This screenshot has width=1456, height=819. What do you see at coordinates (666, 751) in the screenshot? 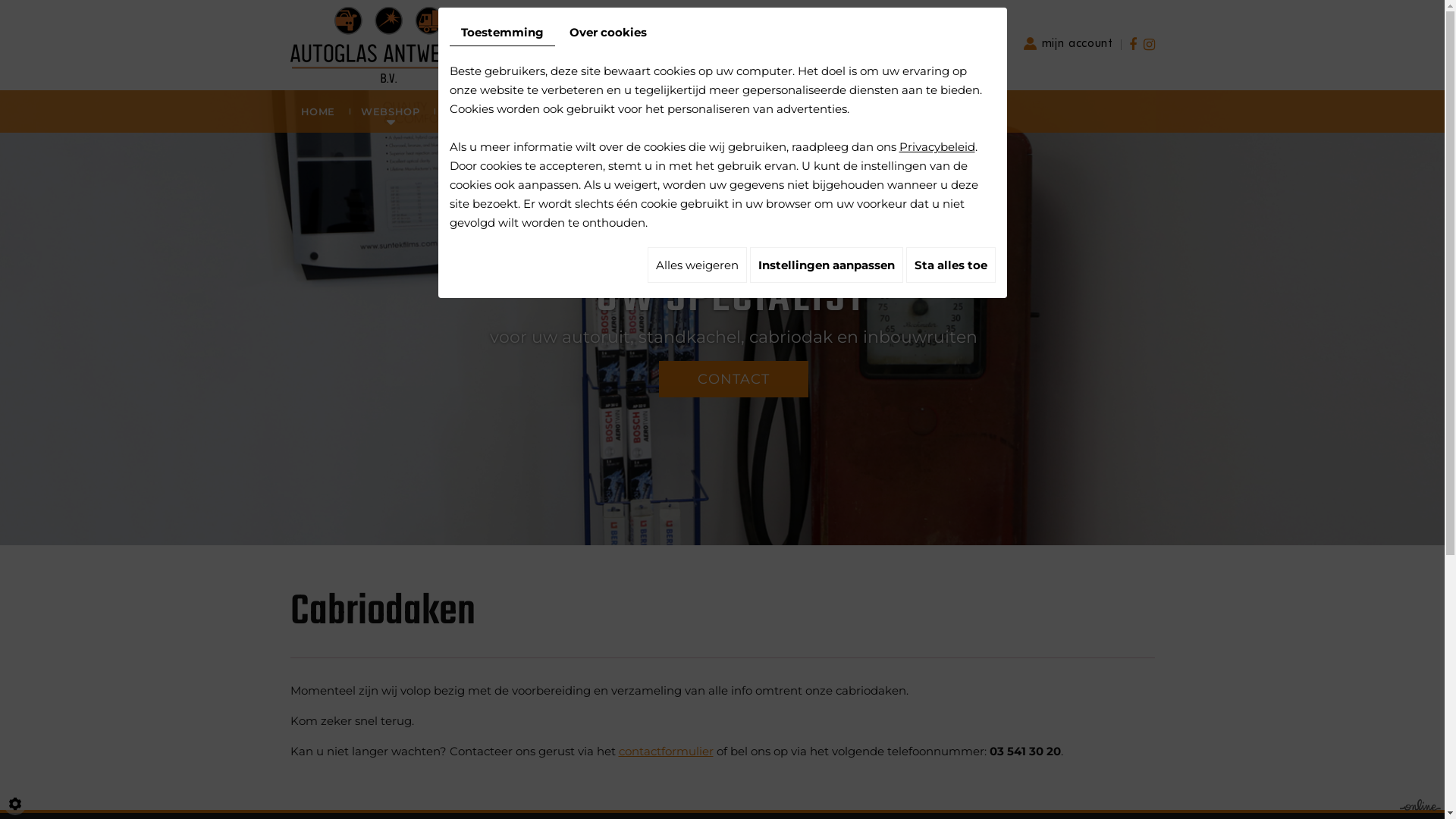
I see `'contactformulier'` at bounding box center [666, 751].